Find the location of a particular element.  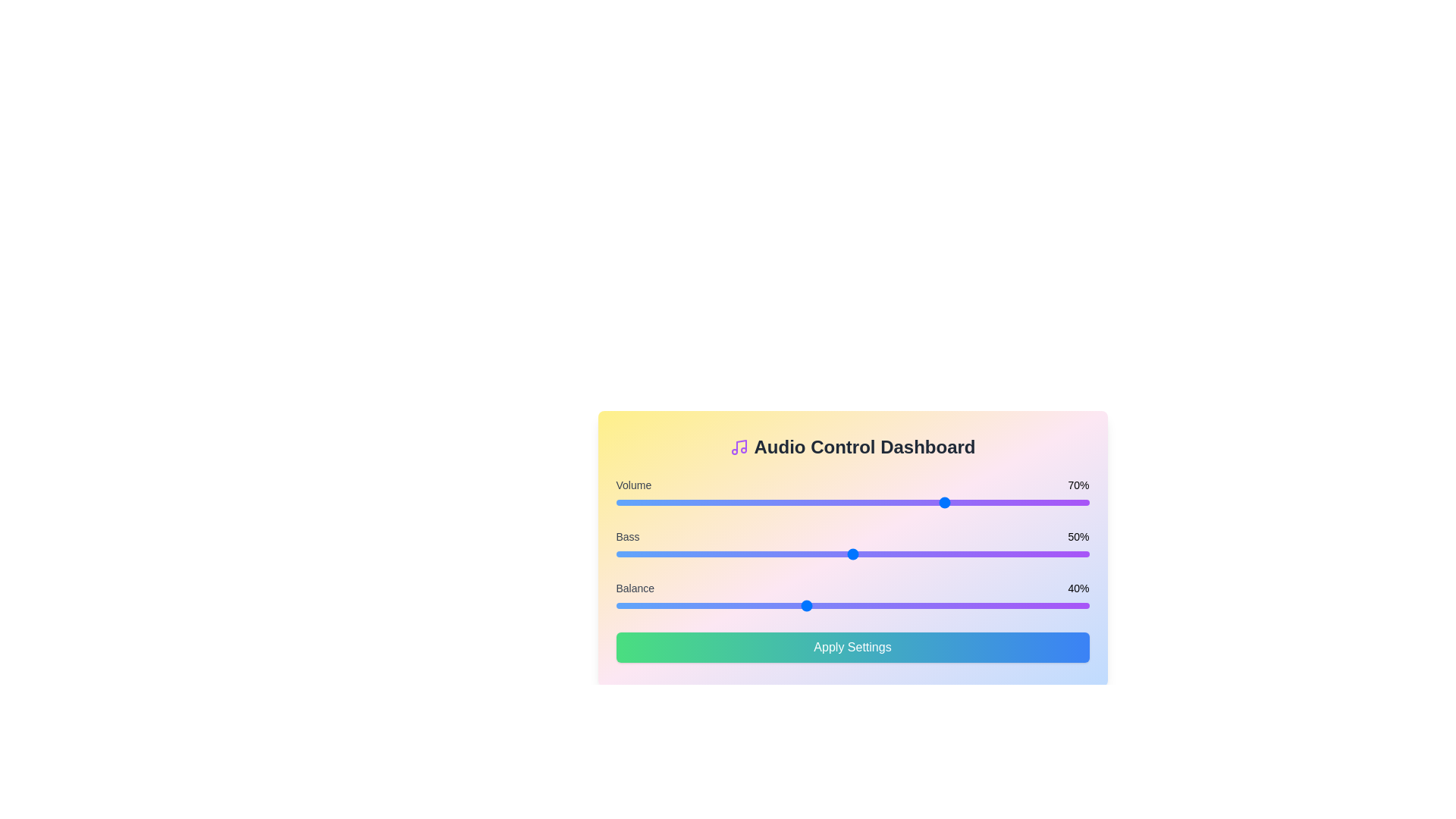

bass is located at coordinates (649, 554).